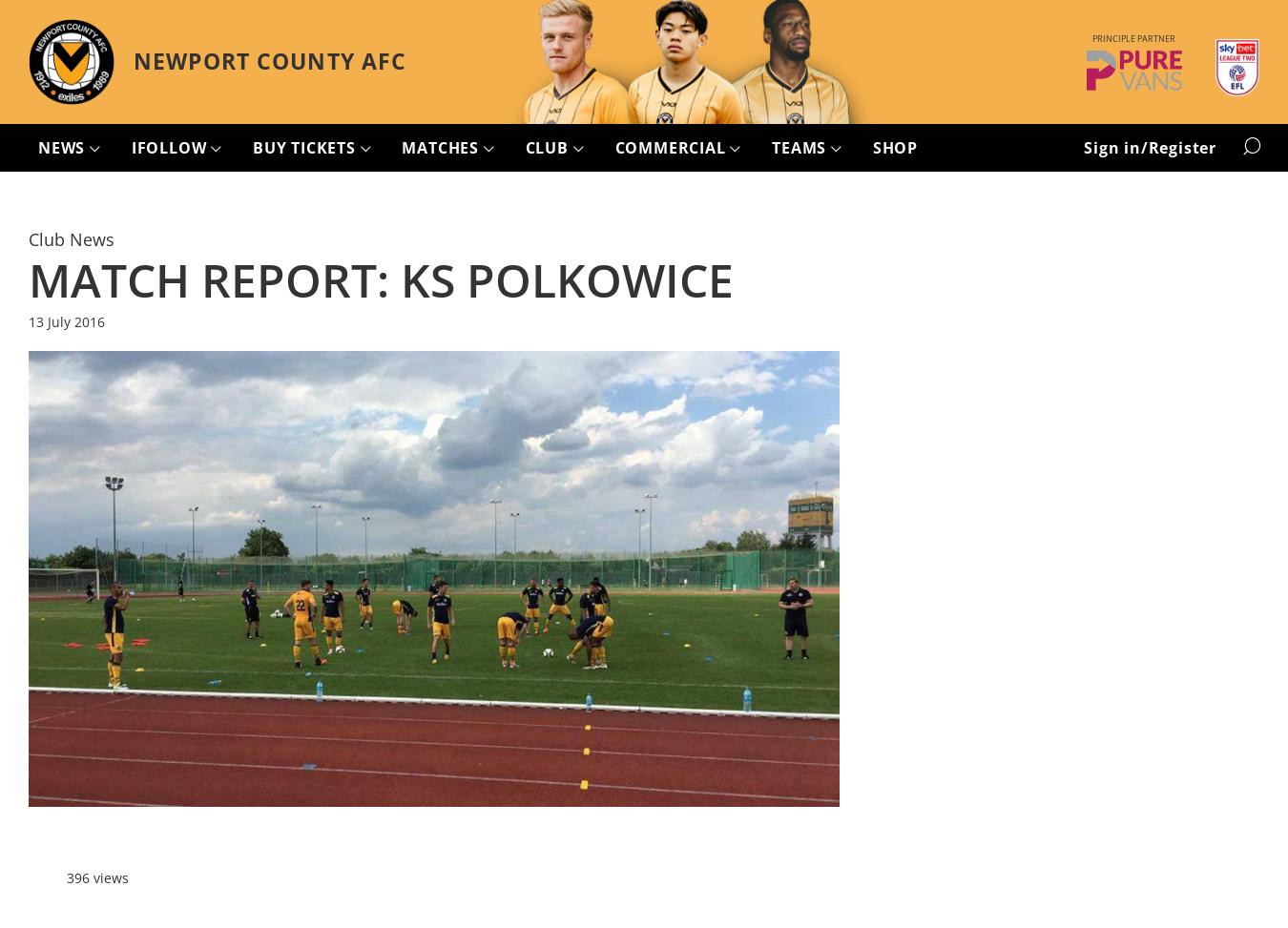 The image size is (1288, 928). I want to click on 'IFOLLOW', so click(171, 147).